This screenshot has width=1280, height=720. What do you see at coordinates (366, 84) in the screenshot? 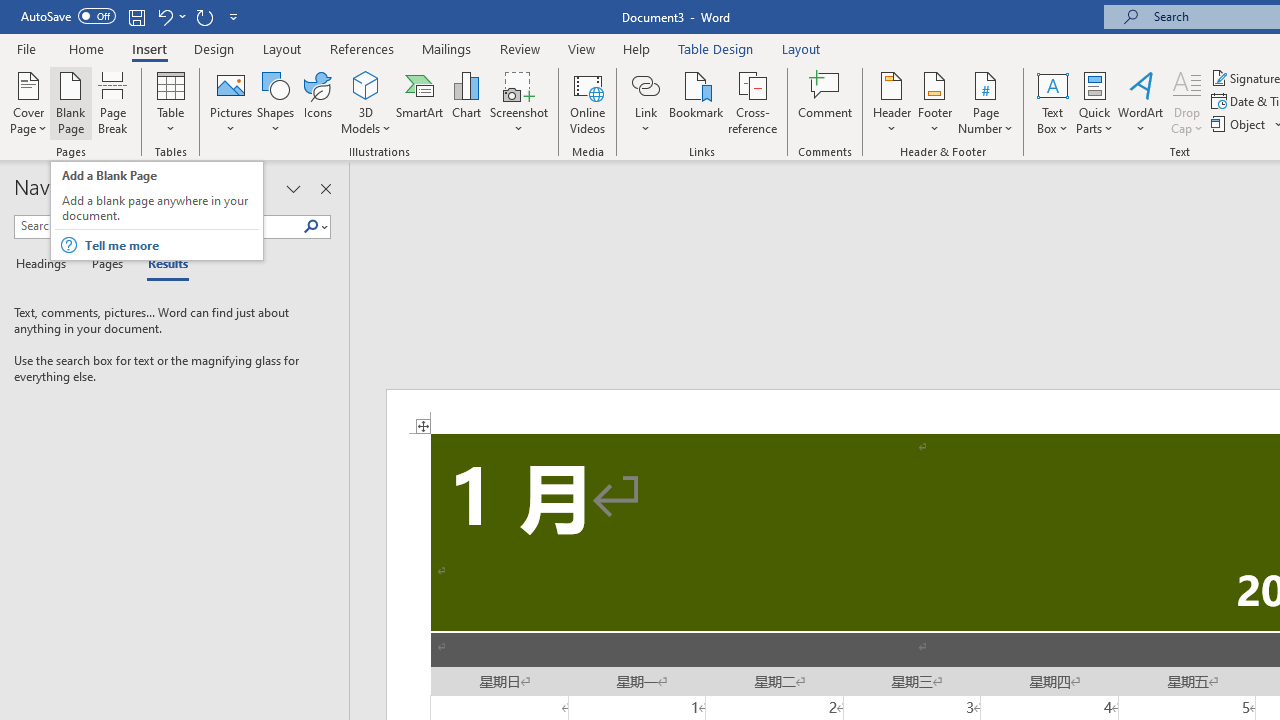
I see `'3D Models'` at bounding box center [366, 84].